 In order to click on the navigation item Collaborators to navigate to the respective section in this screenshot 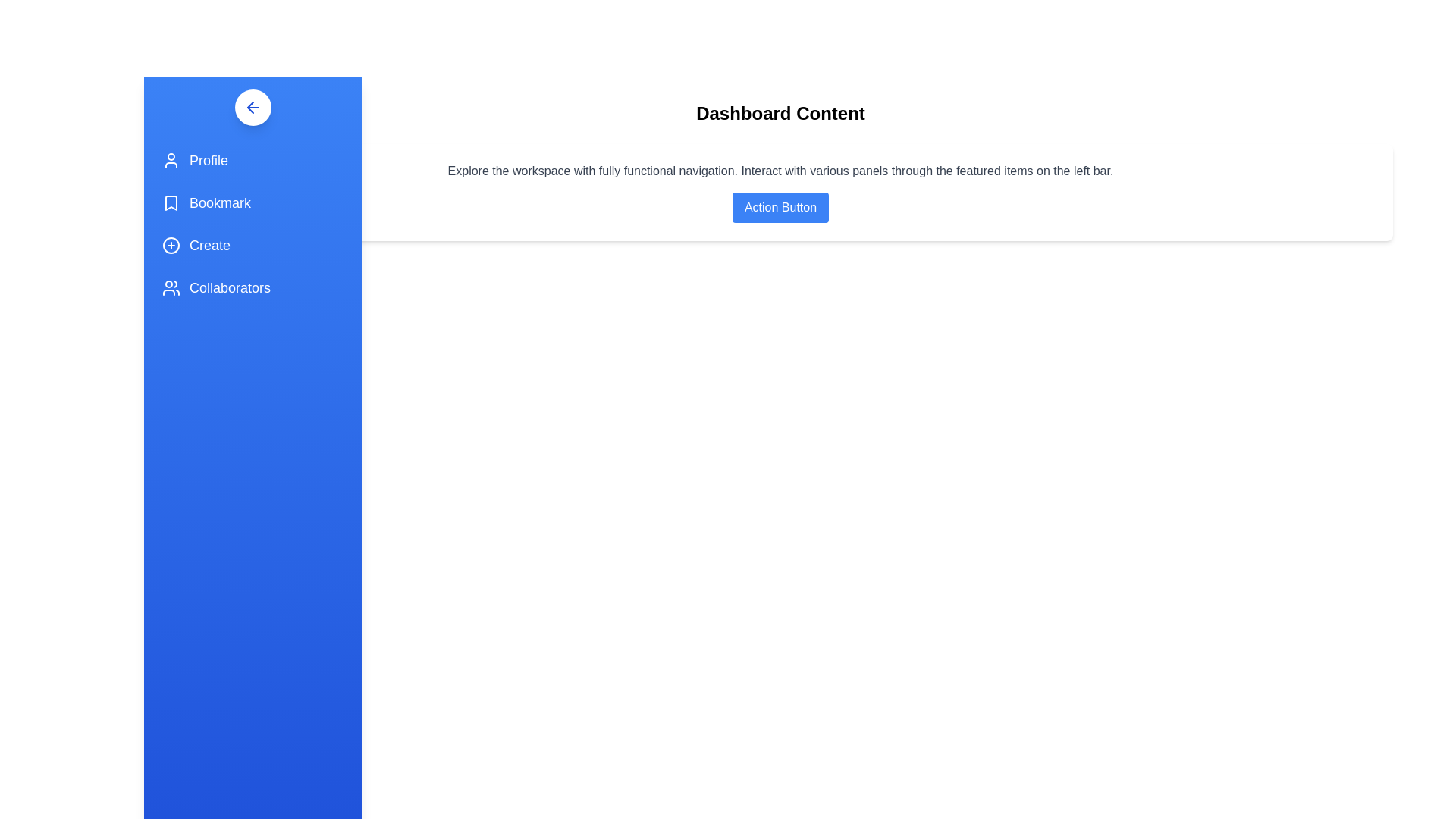, I will do `click(253, 288)`.